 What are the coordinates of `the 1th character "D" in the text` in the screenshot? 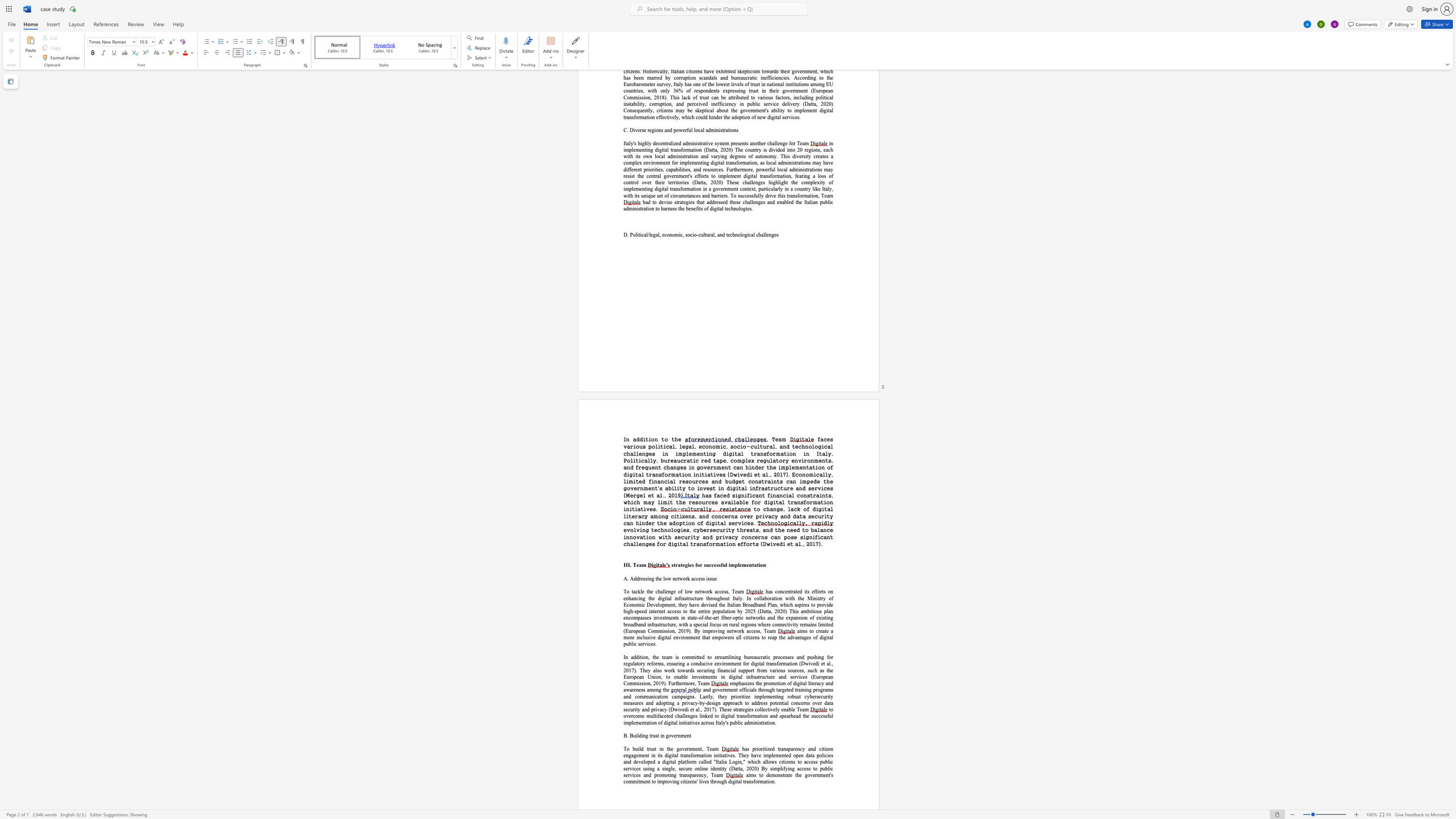 It's located at (803, 664).